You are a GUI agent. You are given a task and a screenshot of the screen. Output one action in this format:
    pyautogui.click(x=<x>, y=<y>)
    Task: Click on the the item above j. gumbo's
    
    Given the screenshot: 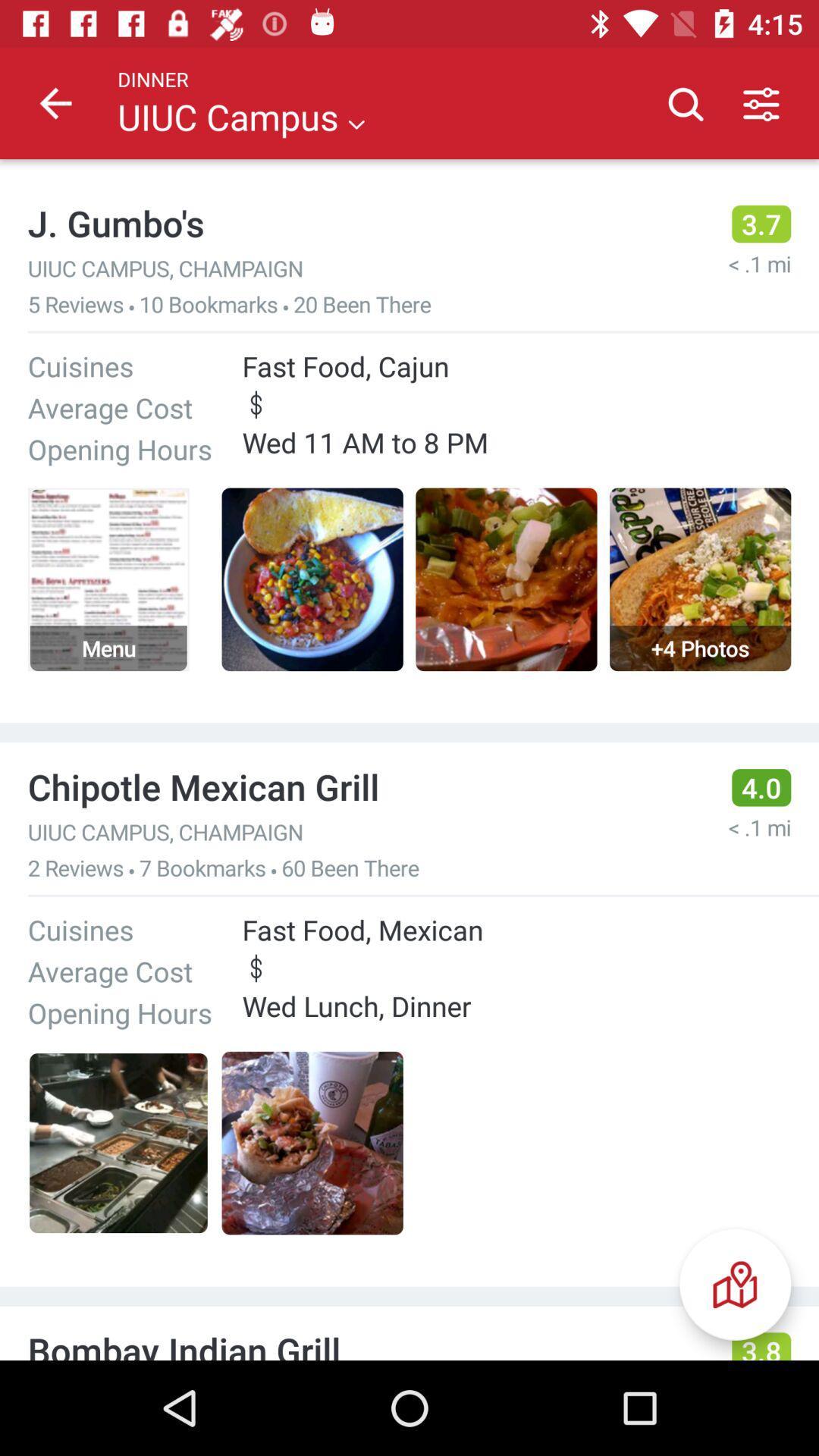 What is the action you would take?
    pyautogui.click(x=55, y=102)
    